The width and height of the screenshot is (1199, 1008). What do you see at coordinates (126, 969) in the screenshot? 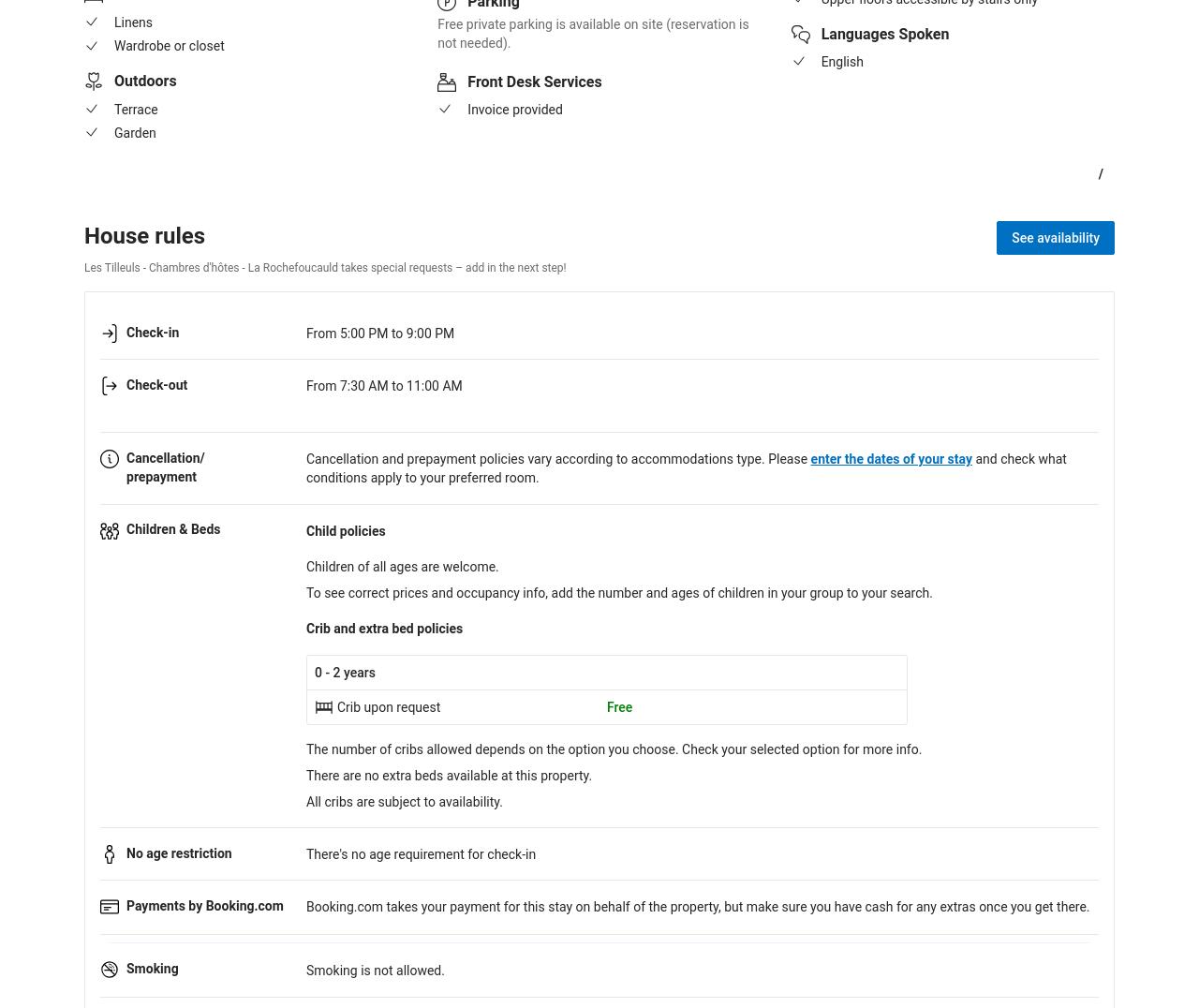
I see `'Smoking'` at bounding box center [126, 969].